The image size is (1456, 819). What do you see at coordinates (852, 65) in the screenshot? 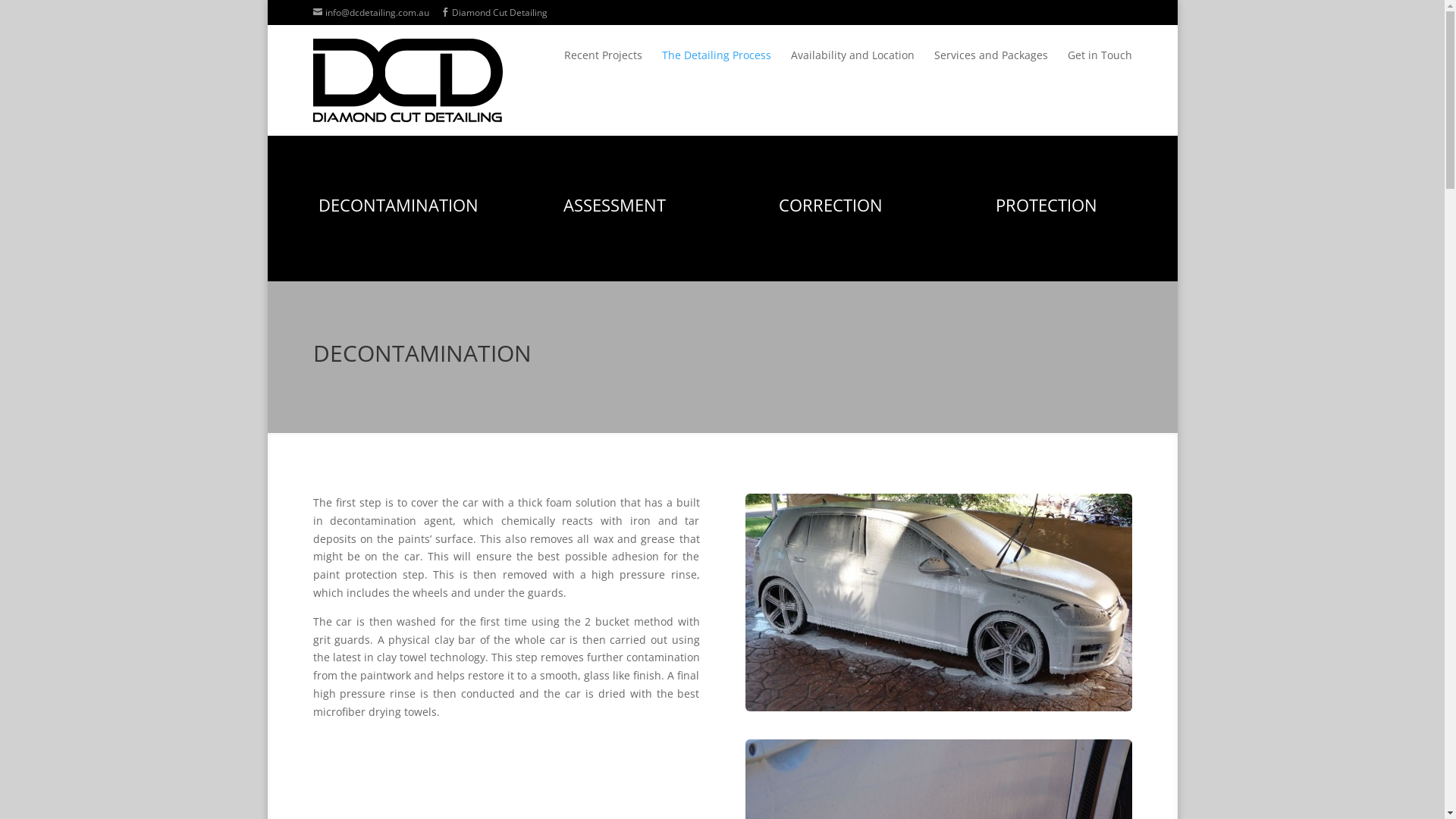
I see `'Availability and Location'` at bounding box center [852, 65].